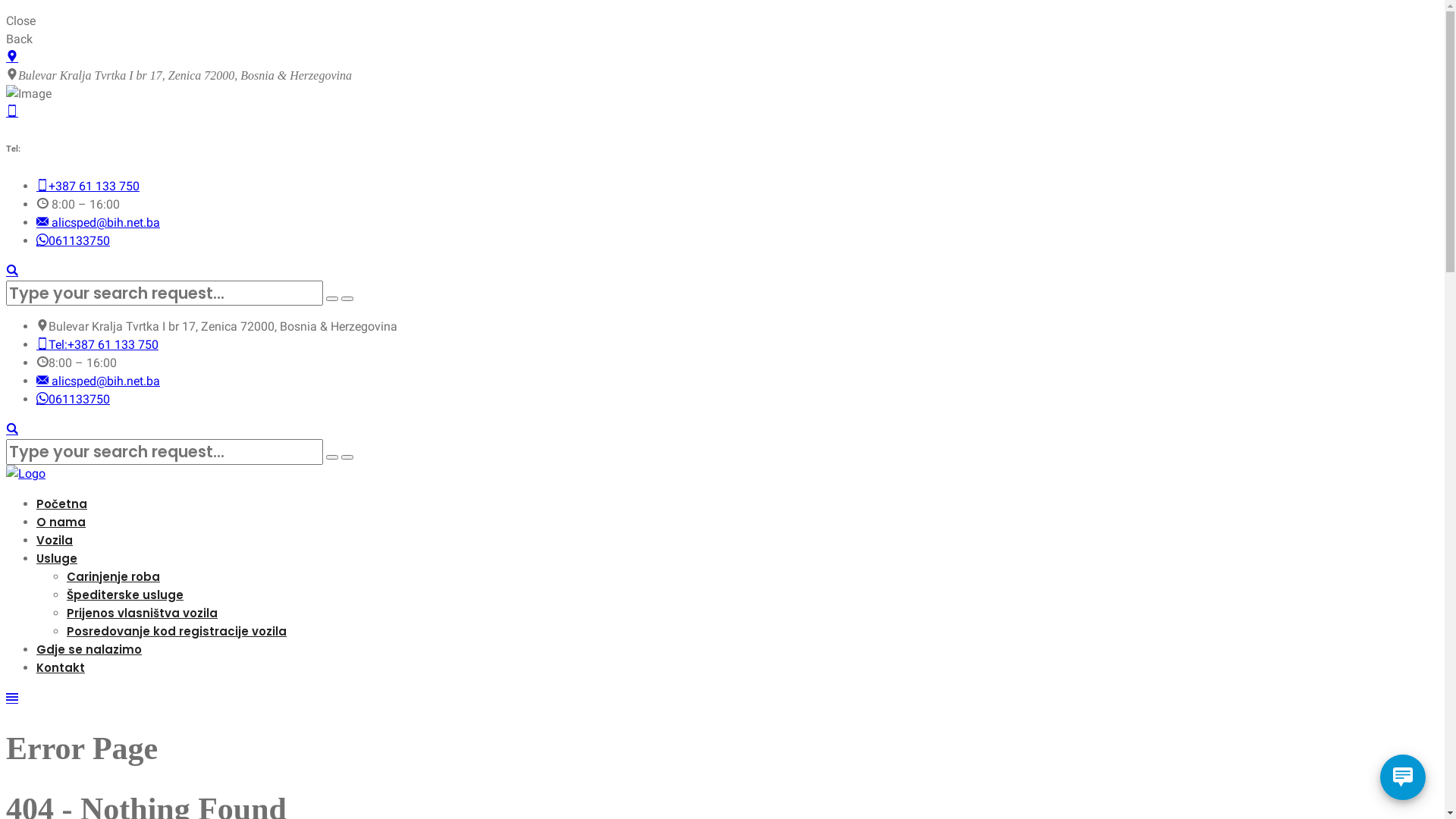 The height and width of the screenshot is (819, 1456). I want to click on 'alicsped@bih.net.ba', so click(97, 380).